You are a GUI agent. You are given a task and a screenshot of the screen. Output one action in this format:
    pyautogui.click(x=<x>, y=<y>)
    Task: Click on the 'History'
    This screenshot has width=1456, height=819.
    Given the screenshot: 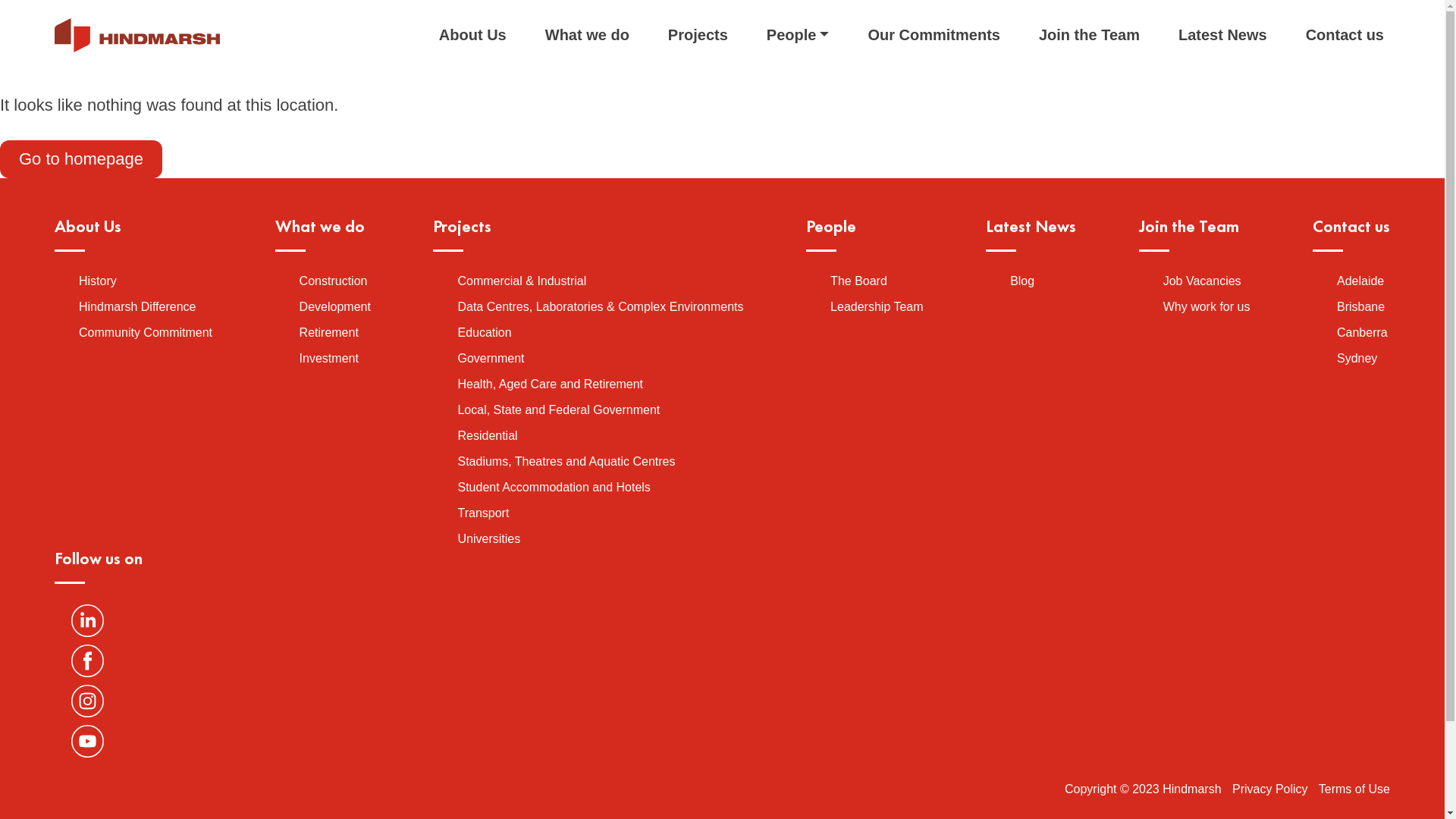 What is the action you would take?
    pyautogui.click(x=97, y=281)
    